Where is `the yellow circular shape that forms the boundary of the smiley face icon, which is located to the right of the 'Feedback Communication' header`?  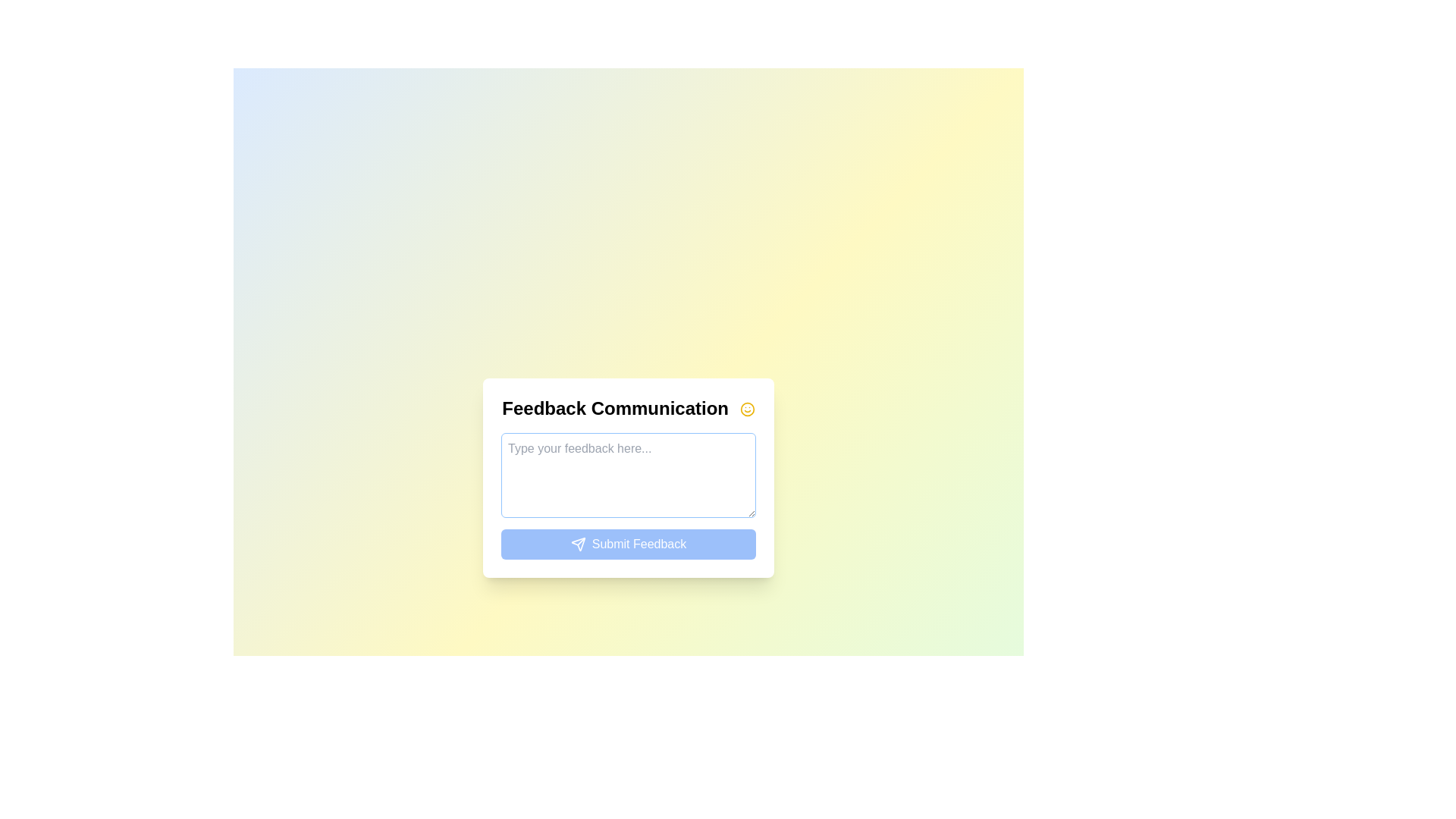
the yellow circular shape that forms the boundary of the smiley face icon, which is located to the right of the 'Feedback Communication' header is located at coordinates (747, 409).